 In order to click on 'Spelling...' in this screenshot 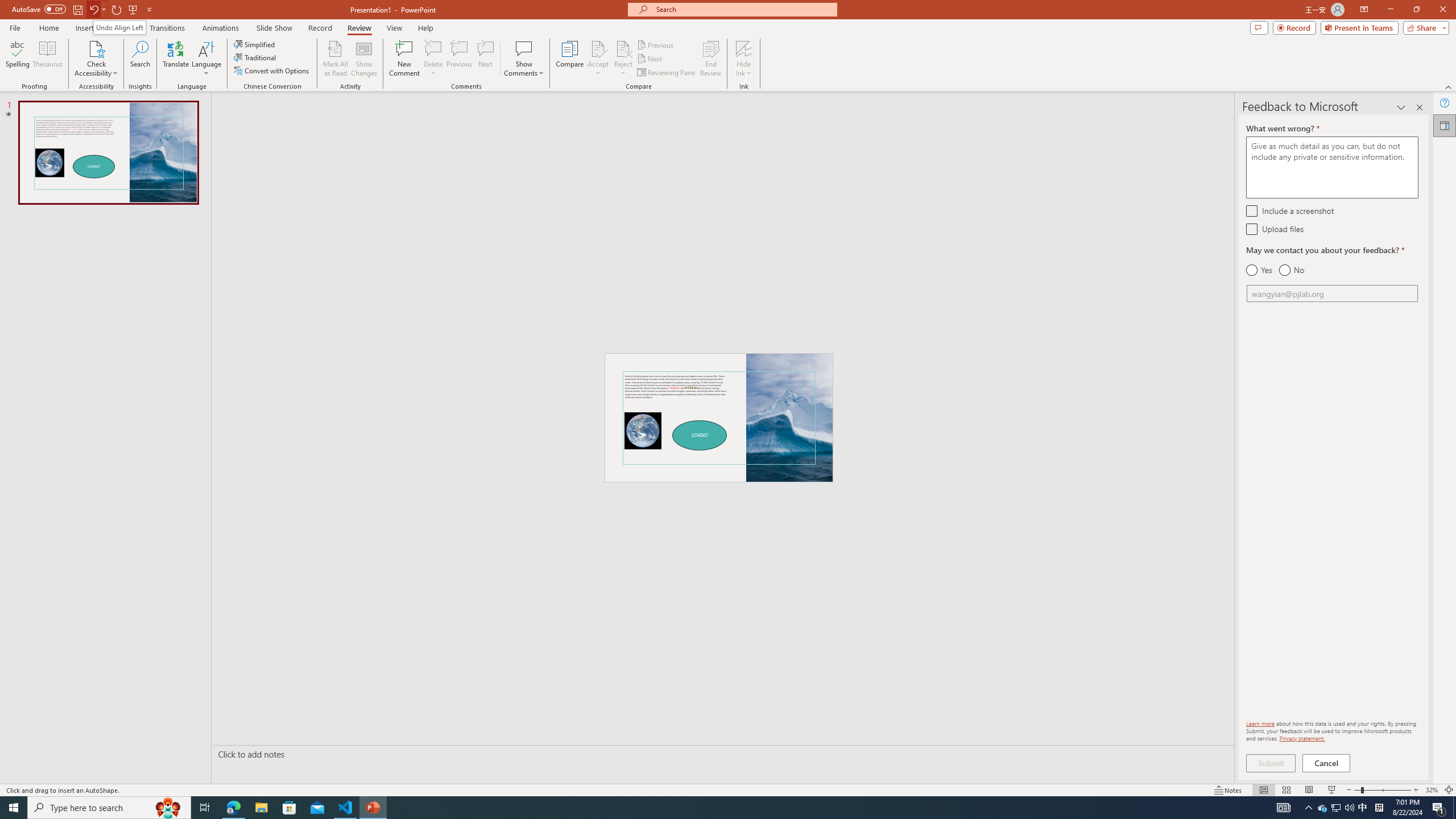, I will do `click(16, 59)`.